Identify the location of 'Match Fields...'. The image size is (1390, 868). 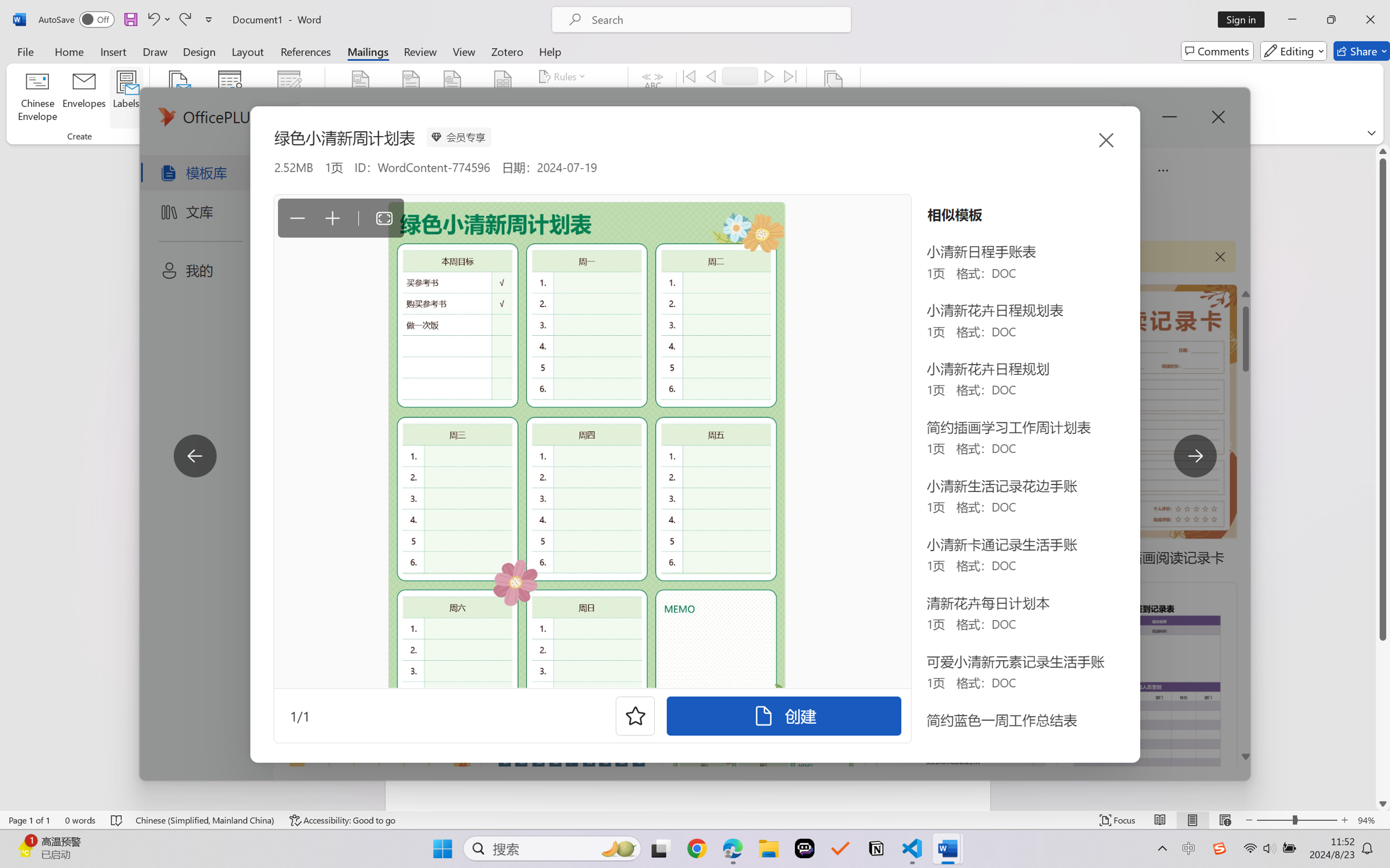
(573, 98).